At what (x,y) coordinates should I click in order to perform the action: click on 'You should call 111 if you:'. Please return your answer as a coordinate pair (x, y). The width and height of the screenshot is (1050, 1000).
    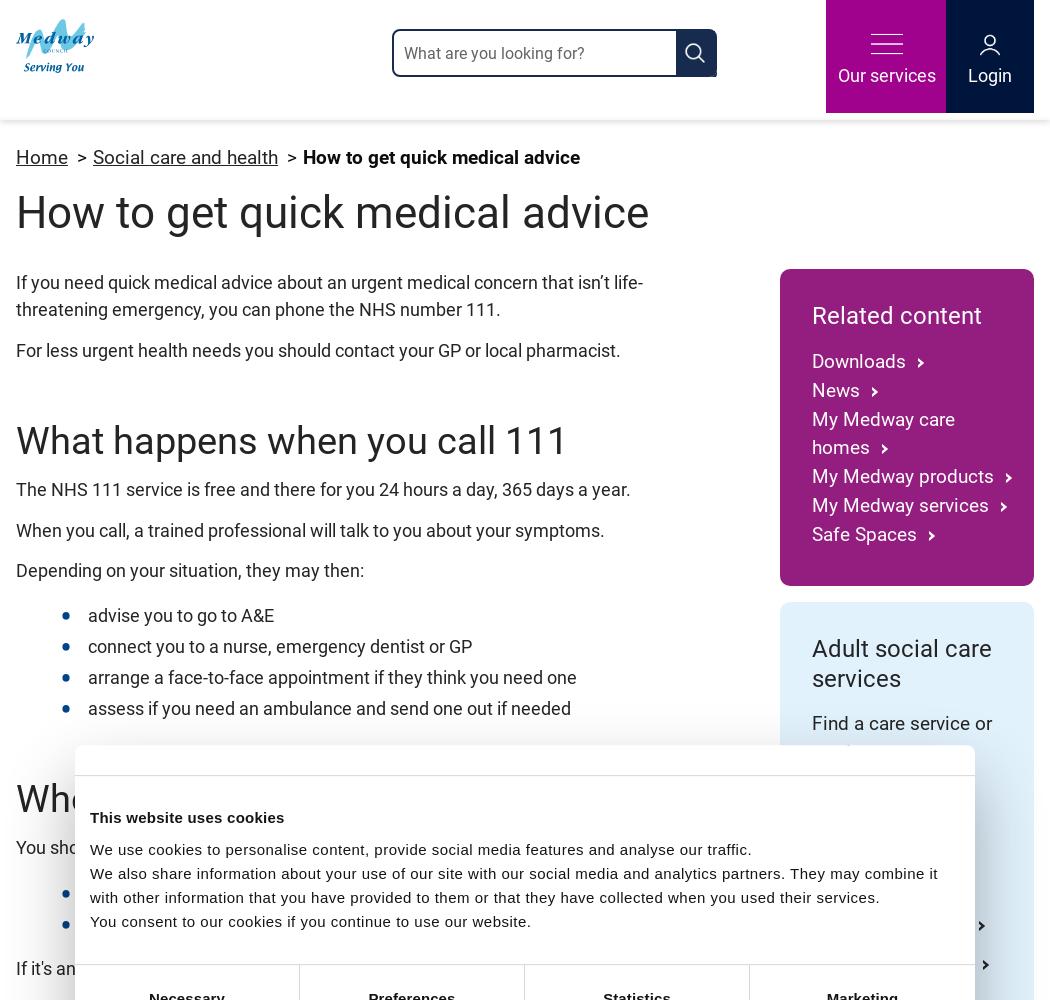
    Looking at the image, I should click on (116, 846).